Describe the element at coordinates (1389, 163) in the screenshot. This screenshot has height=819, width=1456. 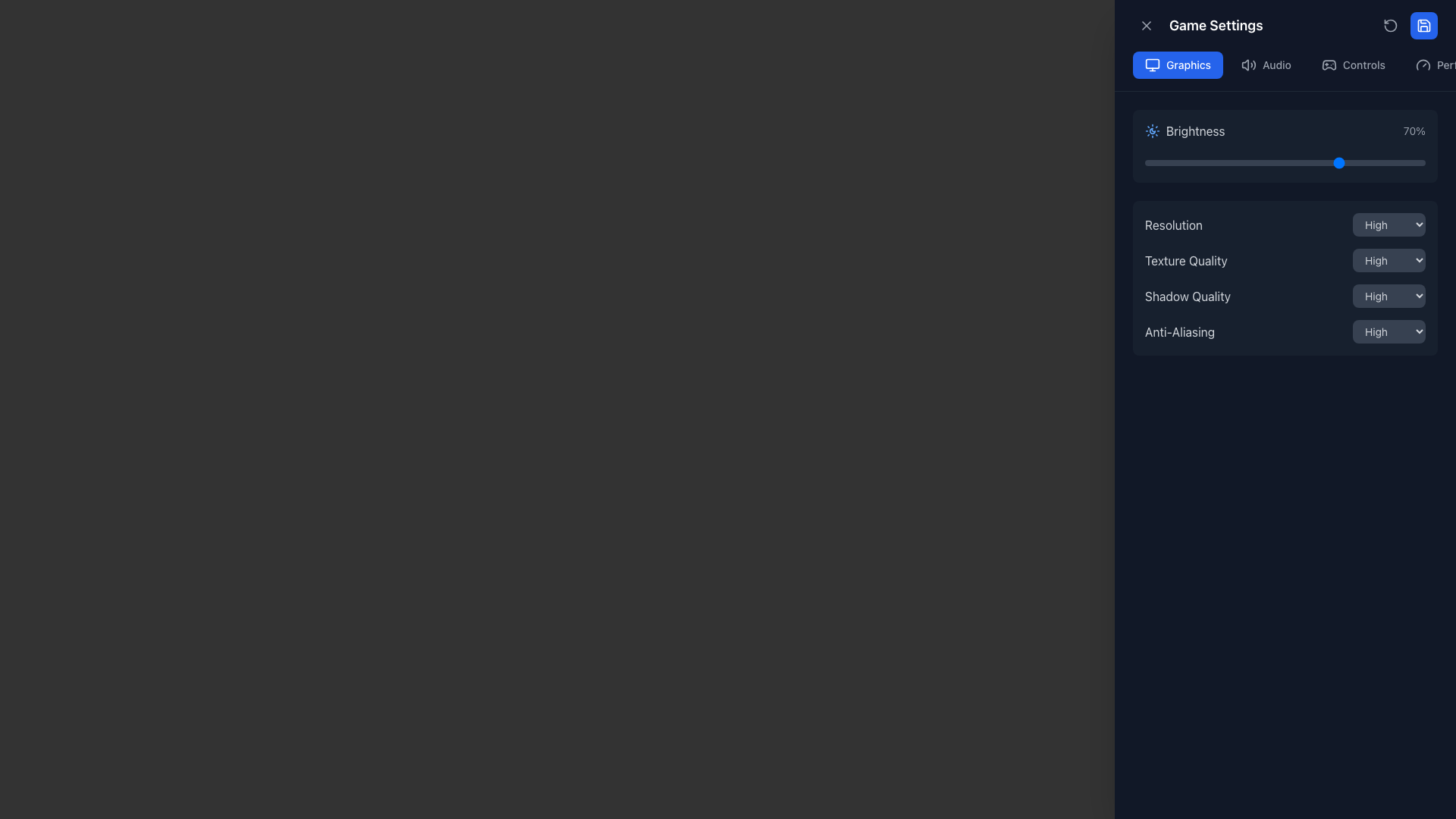
I see `the brightness level` at that location.